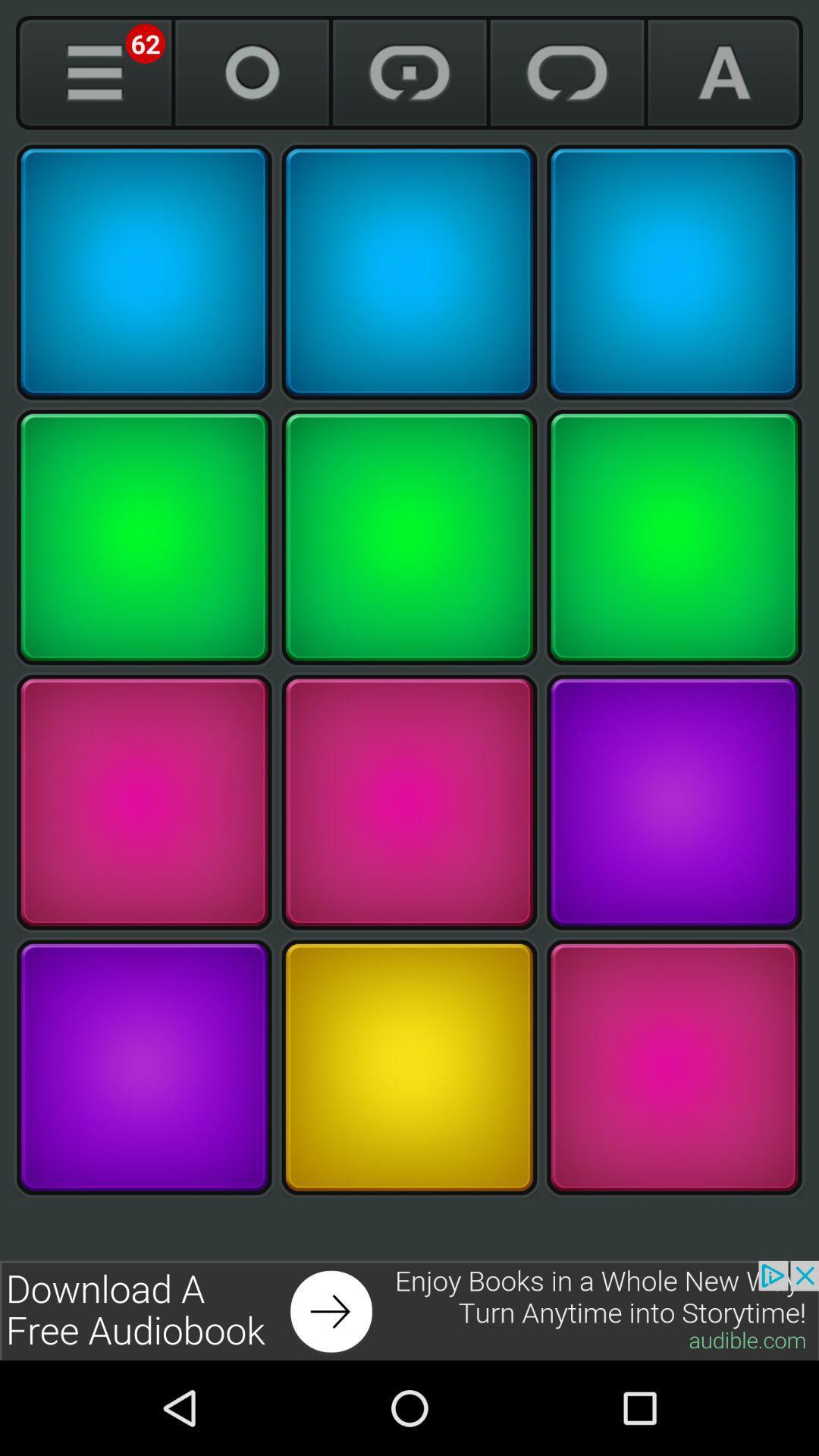 Image resolution: width=819 pixels, height=1456 pixels. Describe the element at coordinates (144, 1066) in the screenshot. I see `click the grid` at that location.